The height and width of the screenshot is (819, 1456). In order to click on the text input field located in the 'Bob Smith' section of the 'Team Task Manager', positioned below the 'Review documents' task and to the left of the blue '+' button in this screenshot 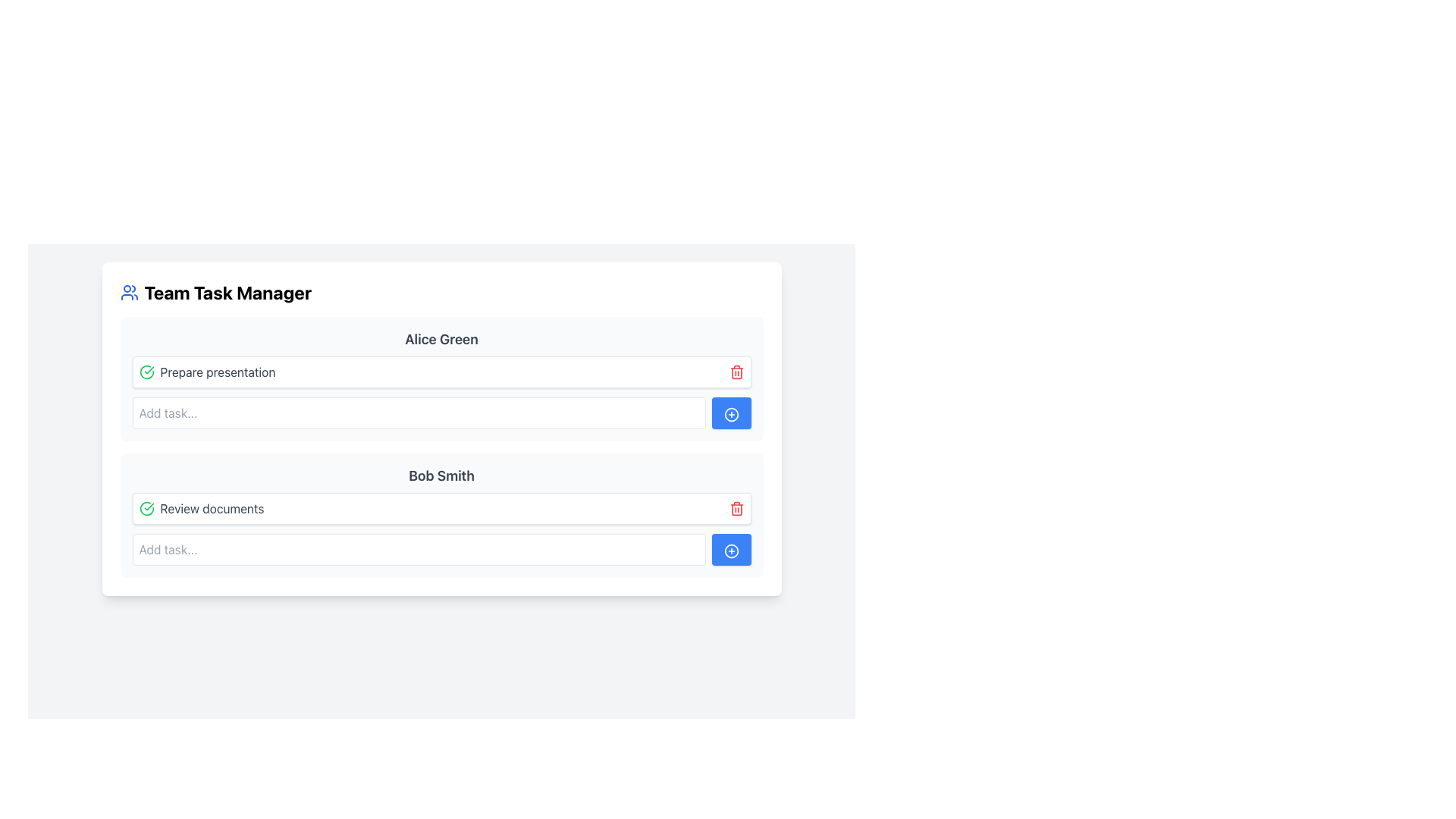, I will do `click(419, 550)`.